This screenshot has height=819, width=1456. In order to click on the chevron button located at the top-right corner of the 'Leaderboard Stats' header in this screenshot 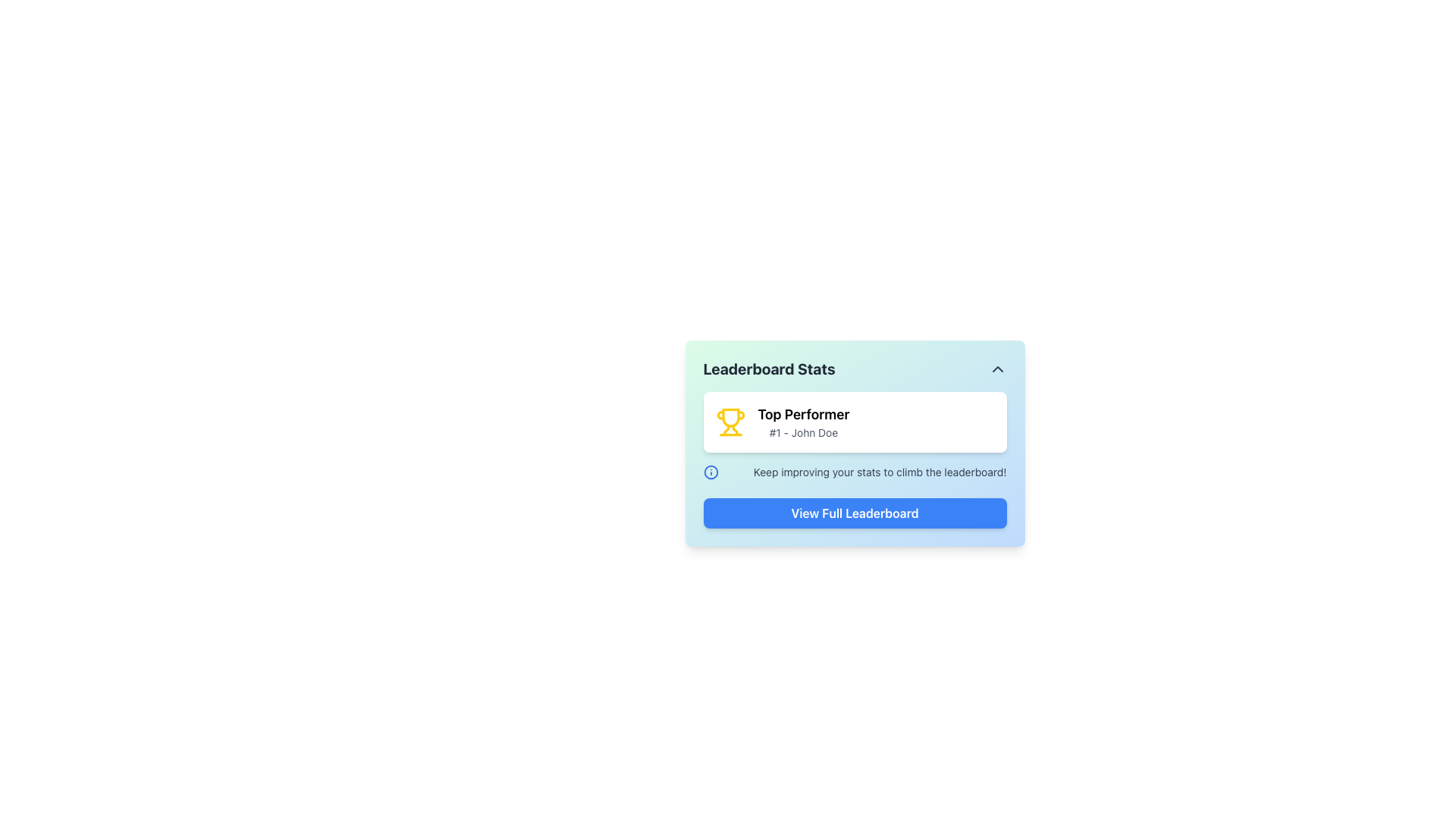, I will do `click(997, 369)`.